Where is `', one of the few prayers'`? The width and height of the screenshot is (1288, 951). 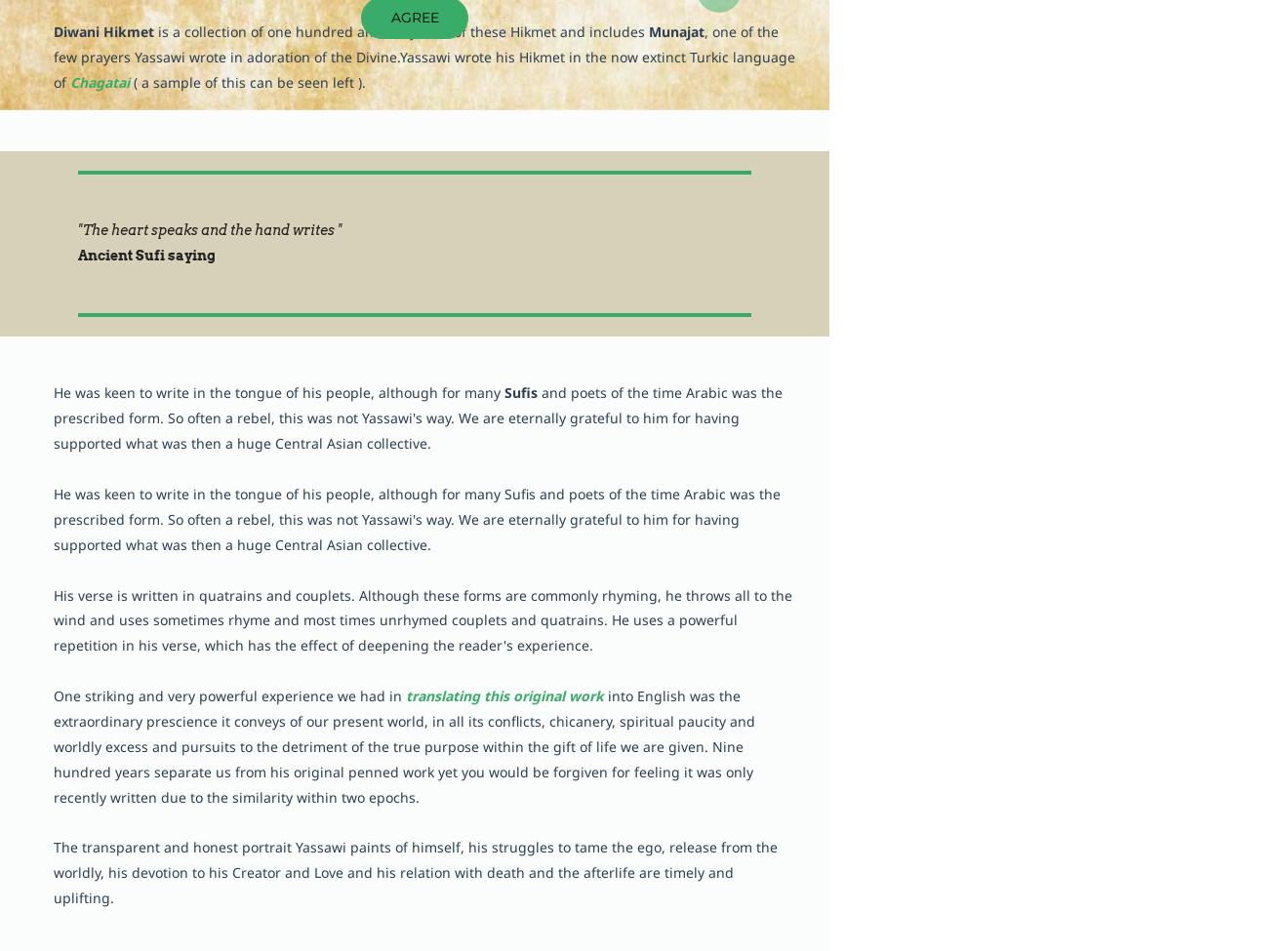
', one of the few prayers' is located at coordinates (53, 44).